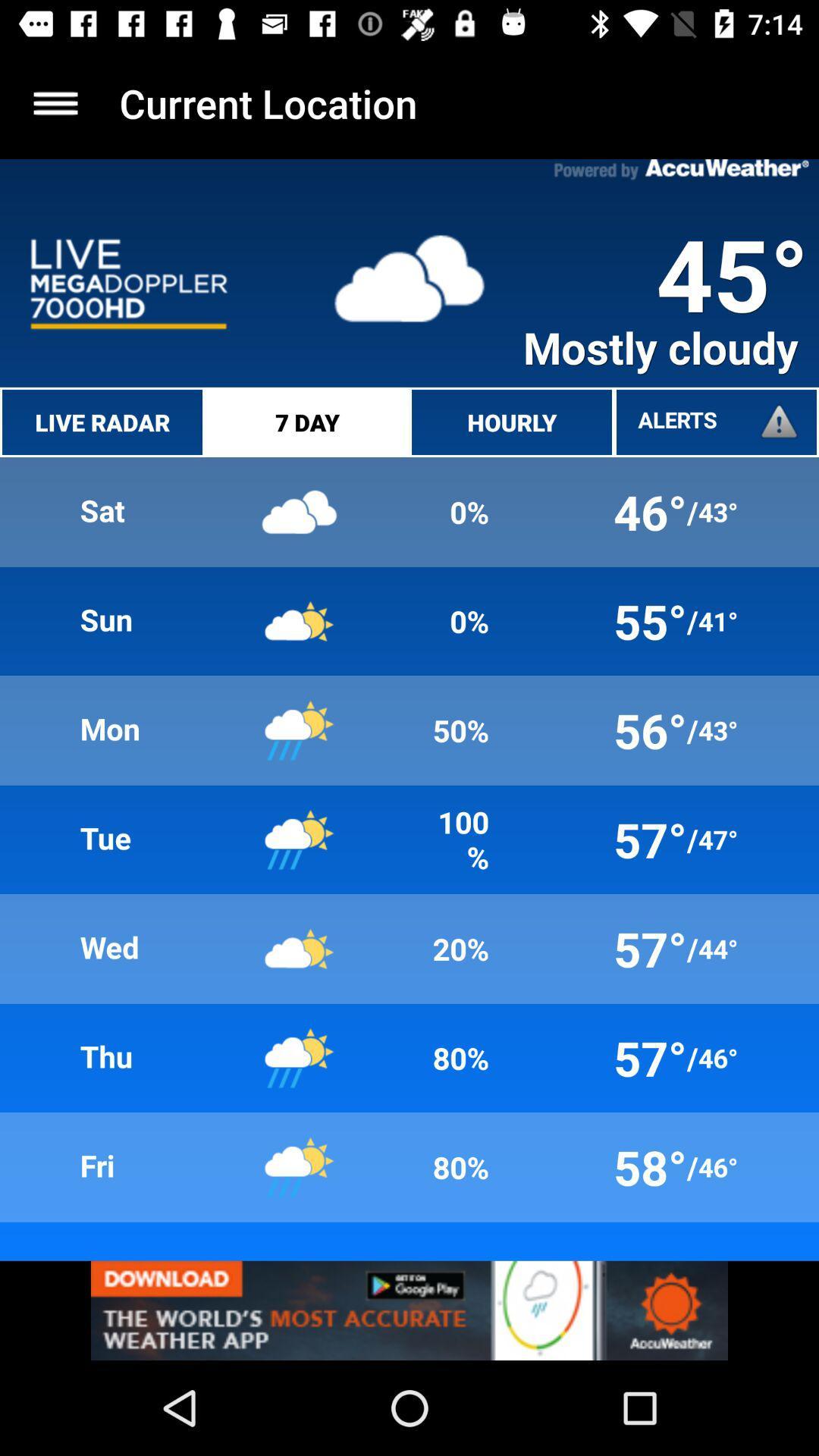 Image resolution: width=819 pixels, height=1456 pixels. I want to click on the menu icon, so click(55, 102).